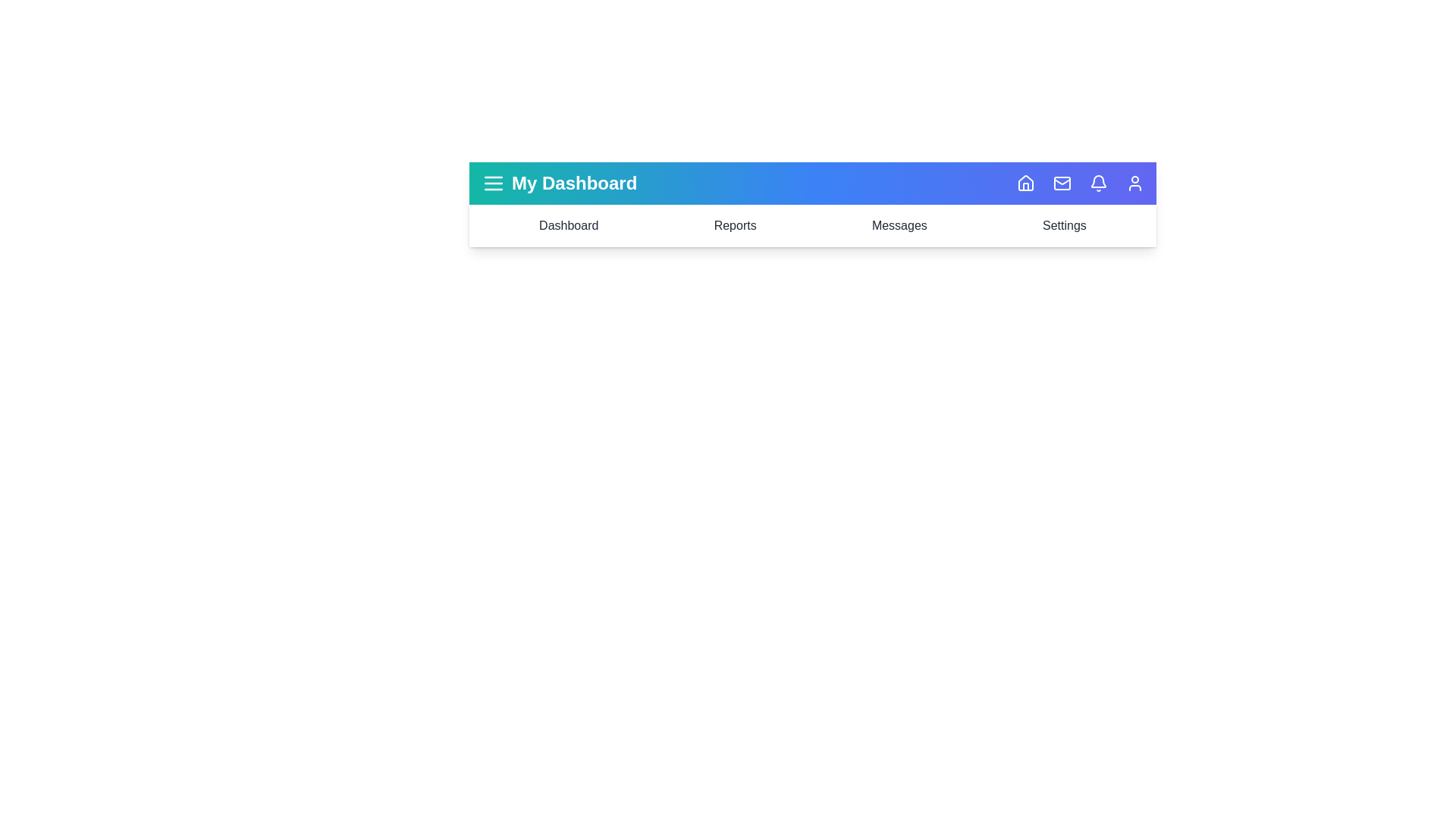 Image resolution: width=1456 pixels, height=819 pixels. What do you see at coordinates (899, 225) in the screenshot?
I see `the navigation item Messages to navigate to the corresponding section` at bounding box center [899, 225].